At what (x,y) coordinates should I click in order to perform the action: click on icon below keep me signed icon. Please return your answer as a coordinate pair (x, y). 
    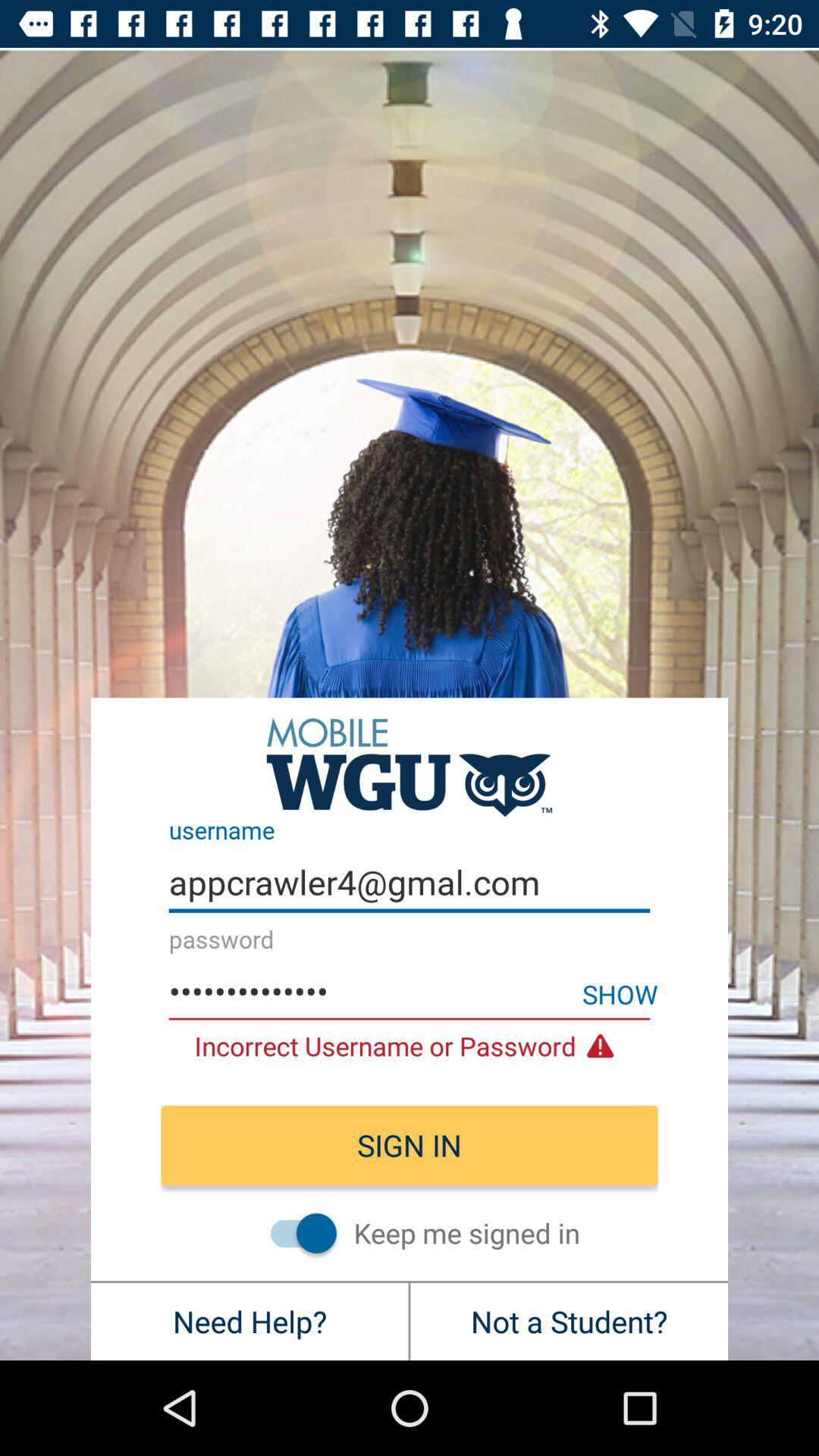
    Looking at the image, I should click on (569, 1320).